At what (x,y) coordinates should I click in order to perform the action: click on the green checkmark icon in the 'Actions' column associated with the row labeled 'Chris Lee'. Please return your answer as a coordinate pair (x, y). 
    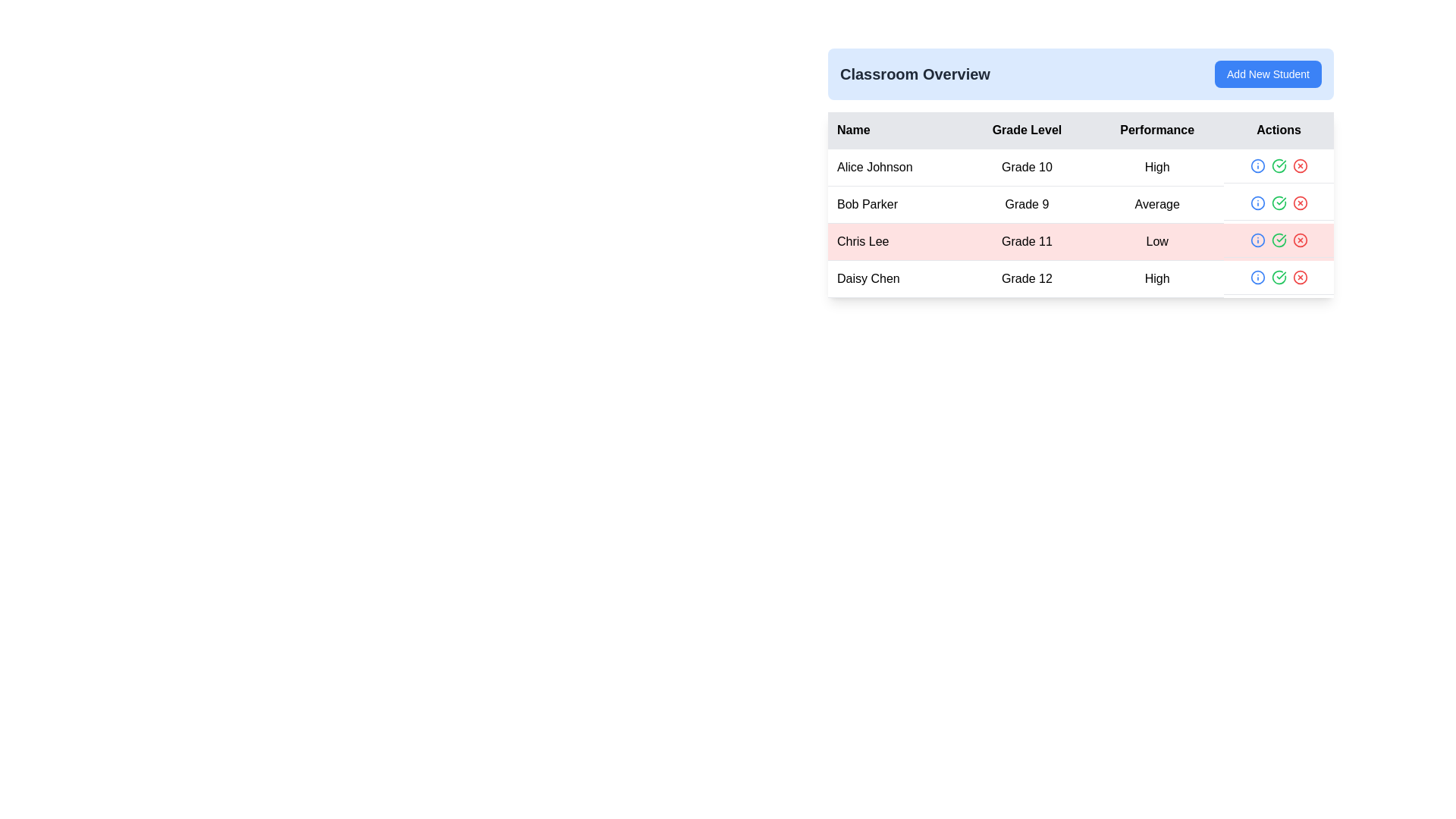
    Looking at the image, I should click on (1277, 239).